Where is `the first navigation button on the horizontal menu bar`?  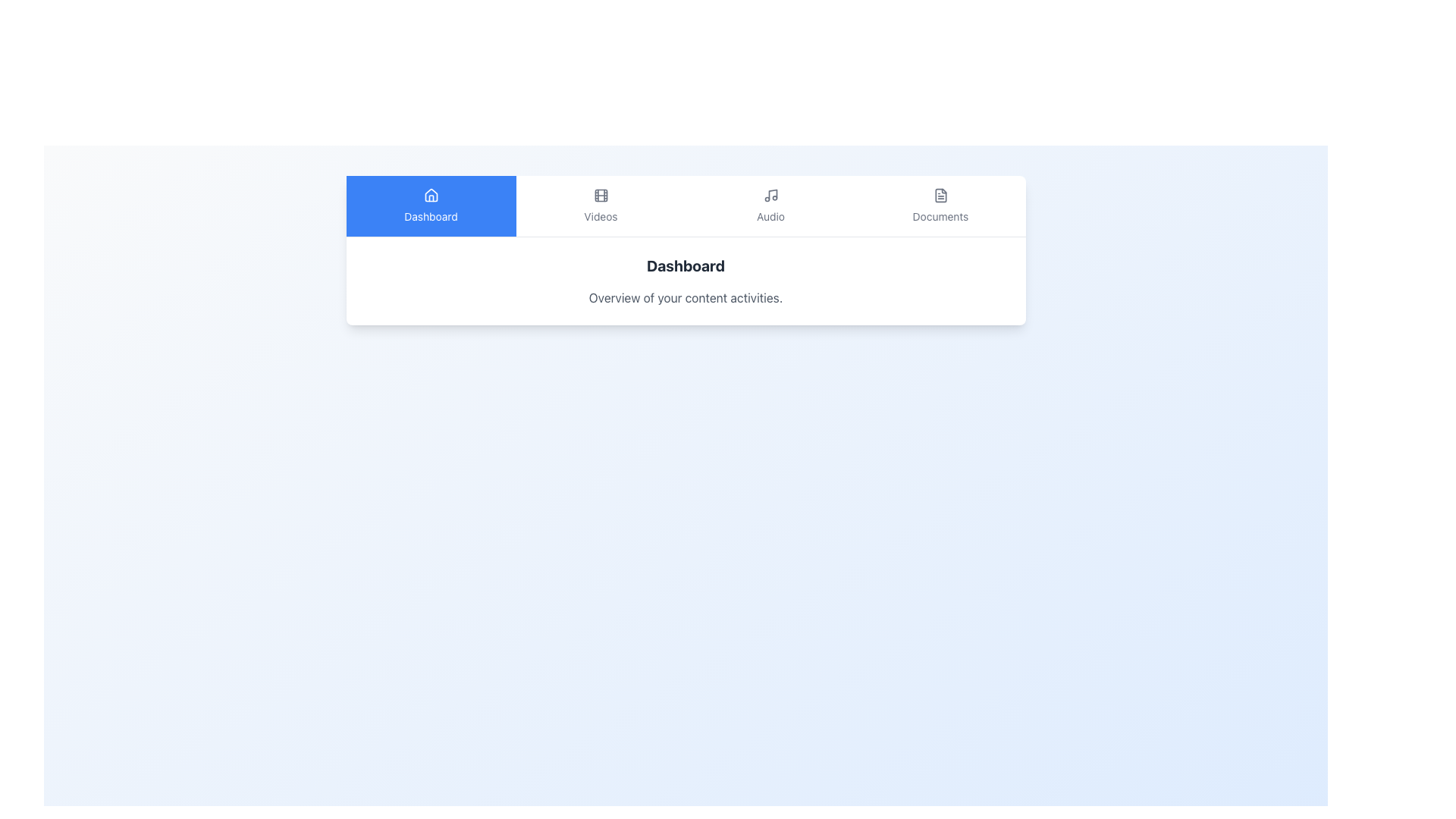 the first navigation button on the horizontal menu bar is located at coordinates (430, 206).